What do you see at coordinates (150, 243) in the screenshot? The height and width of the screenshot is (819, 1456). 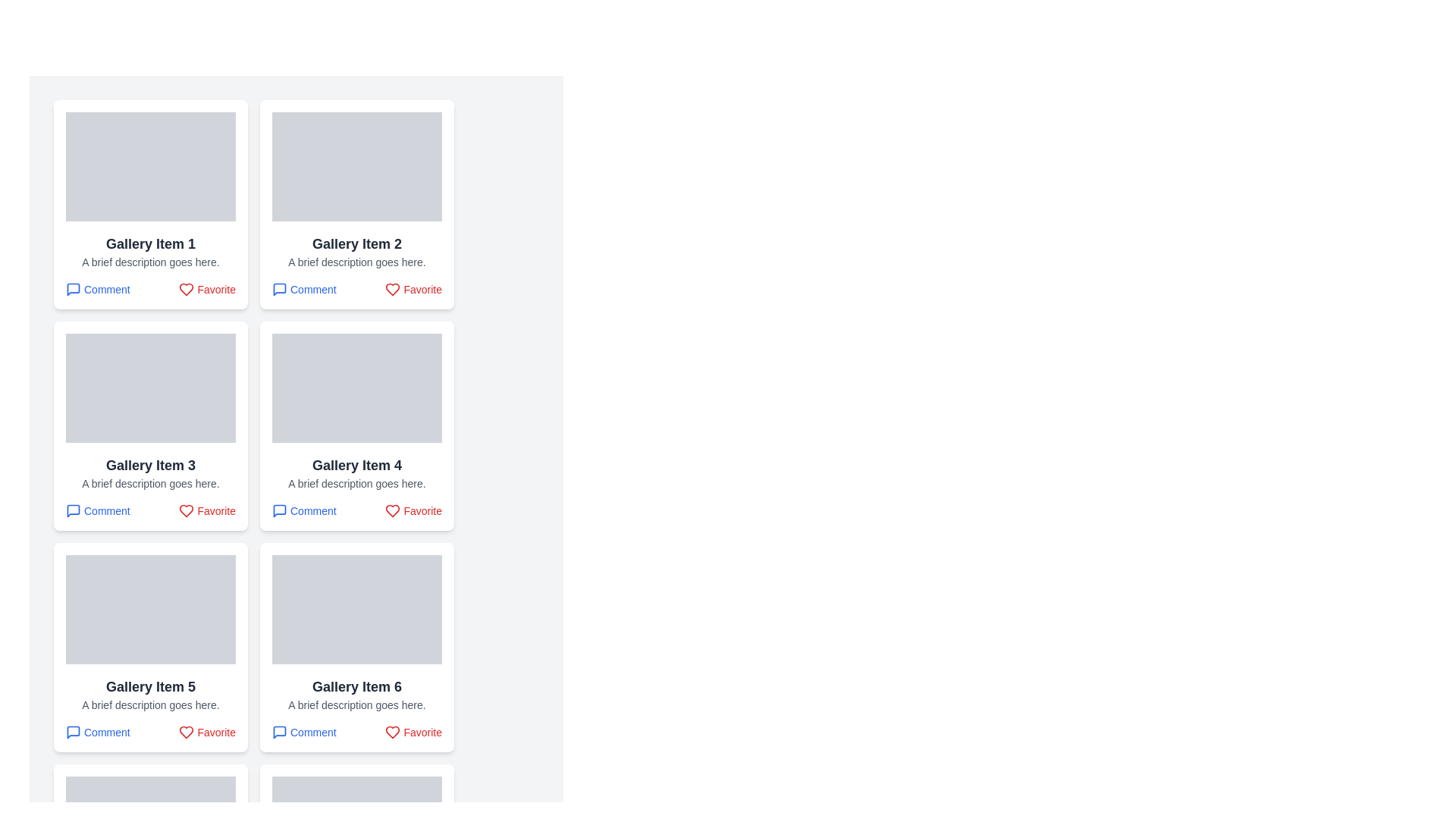 I see `the text label that displays the title of the first gallery item, which is centrally positioned beneath a placeholder image in the top-left card of the grid layout` at bounding box center [150, 243].